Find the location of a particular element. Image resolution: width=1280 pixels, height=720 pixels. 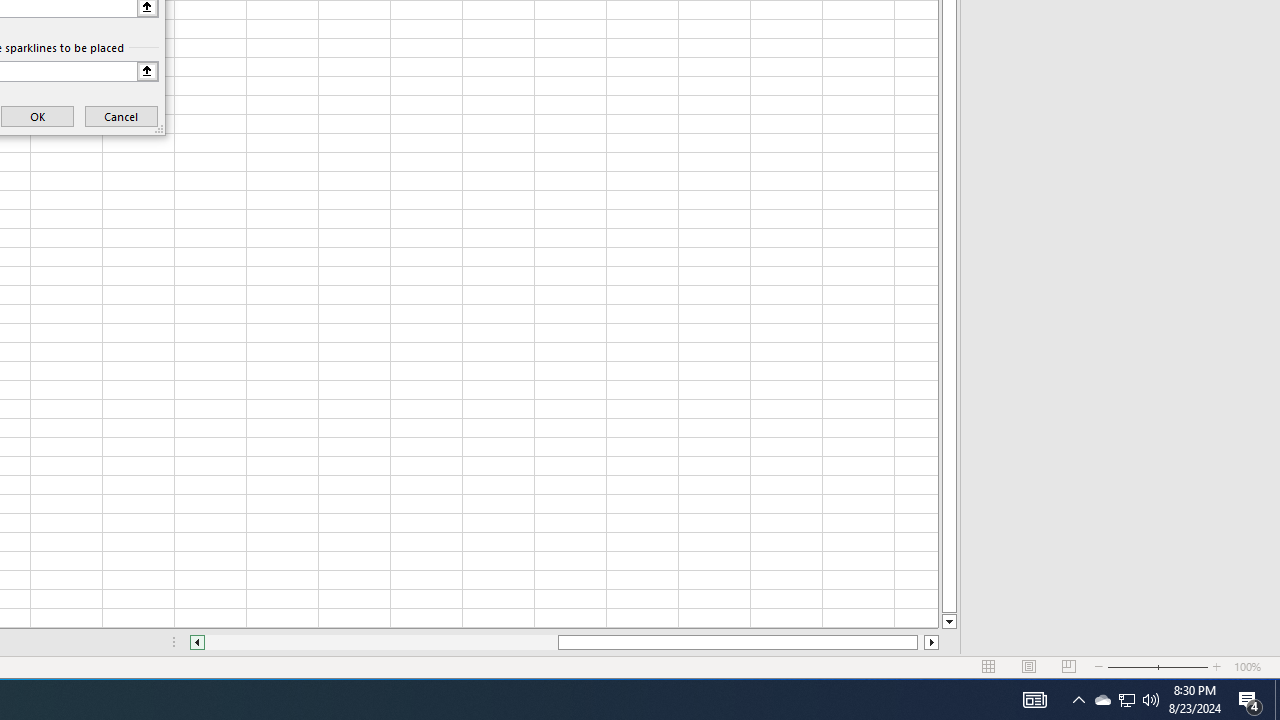

'Zoom In' is located at coordinates (1216, 667).